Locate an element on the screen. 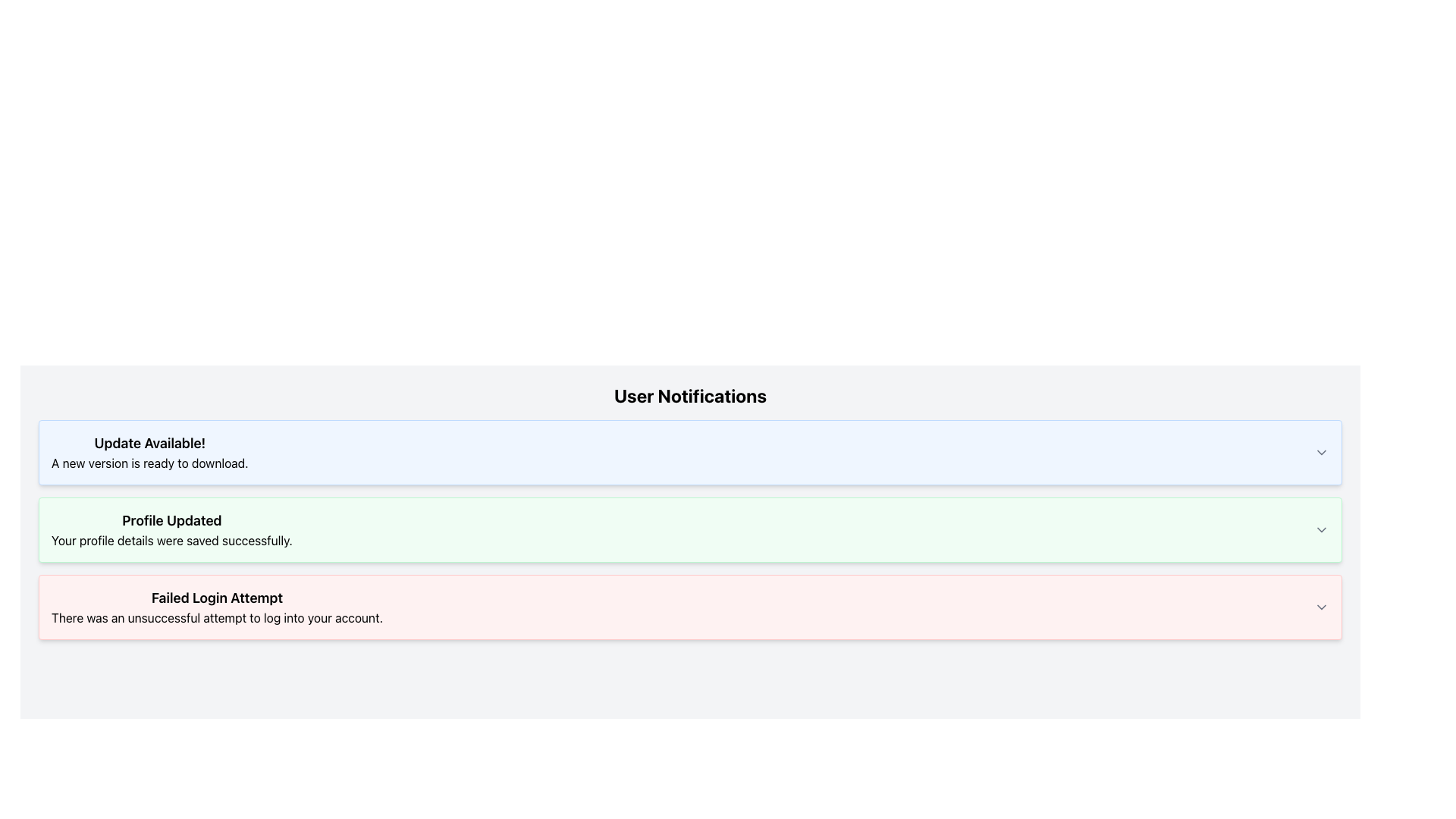 This screenshot has width=1456, height=819. the Static Notification Message that displays 'Failed Login Attempt' with a warning background is located at coordinates (216, 607).